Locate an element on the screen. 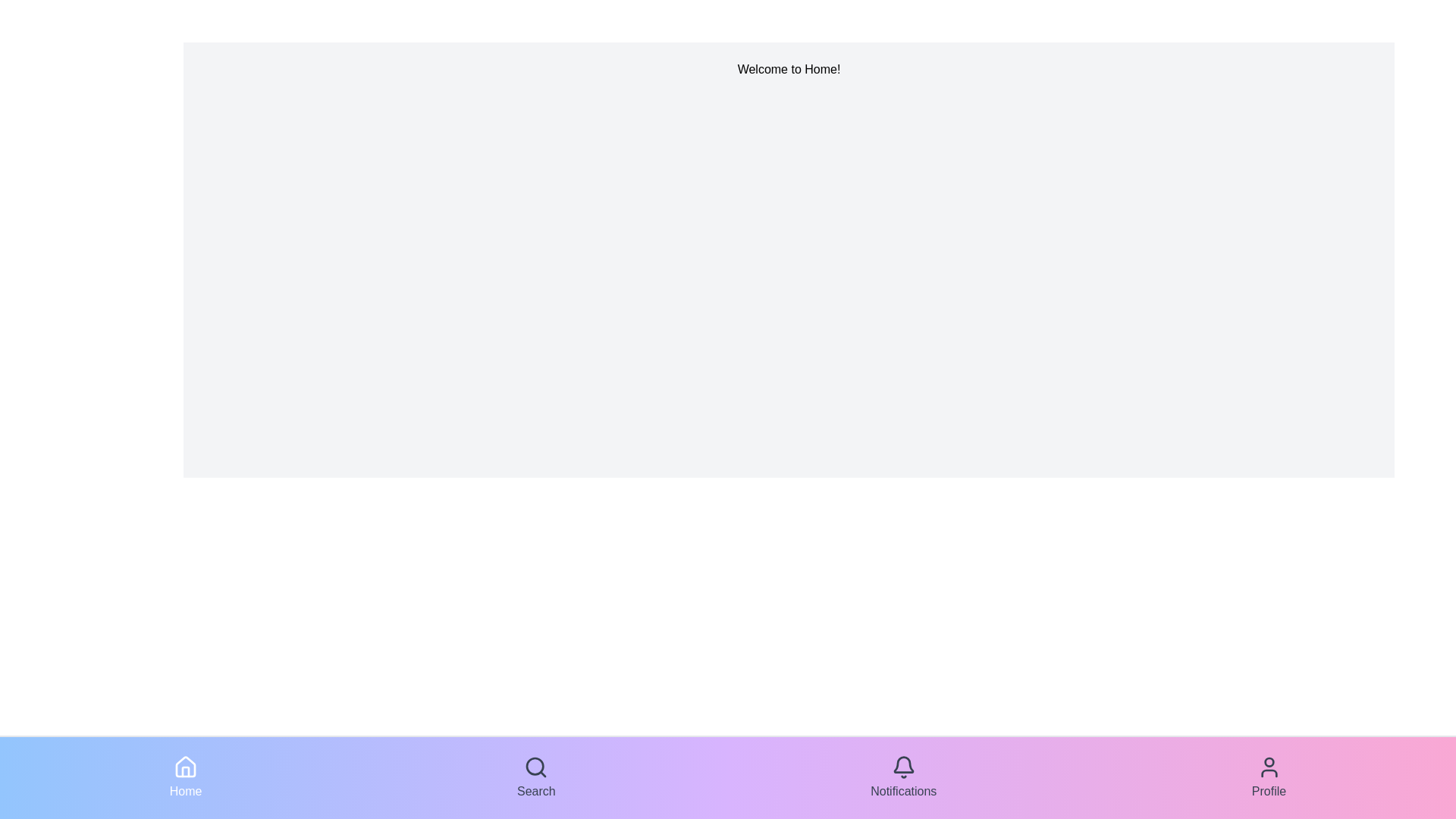  the user profile icon, which is a head and shoulders silhouette located in the bottom-right corner of the navigation bar with a gradient background is located at coordinates (1269, 767).